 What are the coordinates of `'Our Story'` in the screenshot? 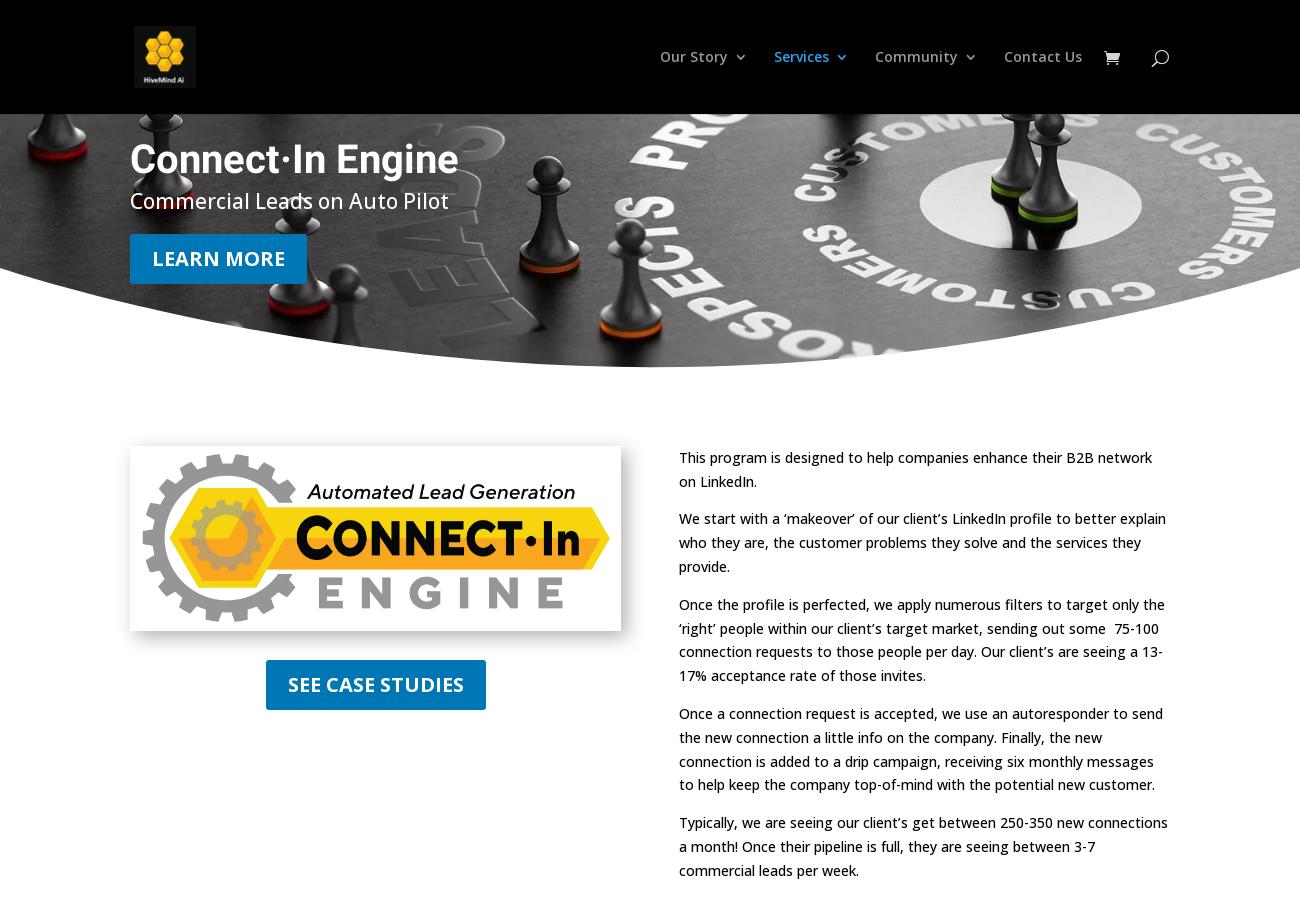 It's located at (692, 55).